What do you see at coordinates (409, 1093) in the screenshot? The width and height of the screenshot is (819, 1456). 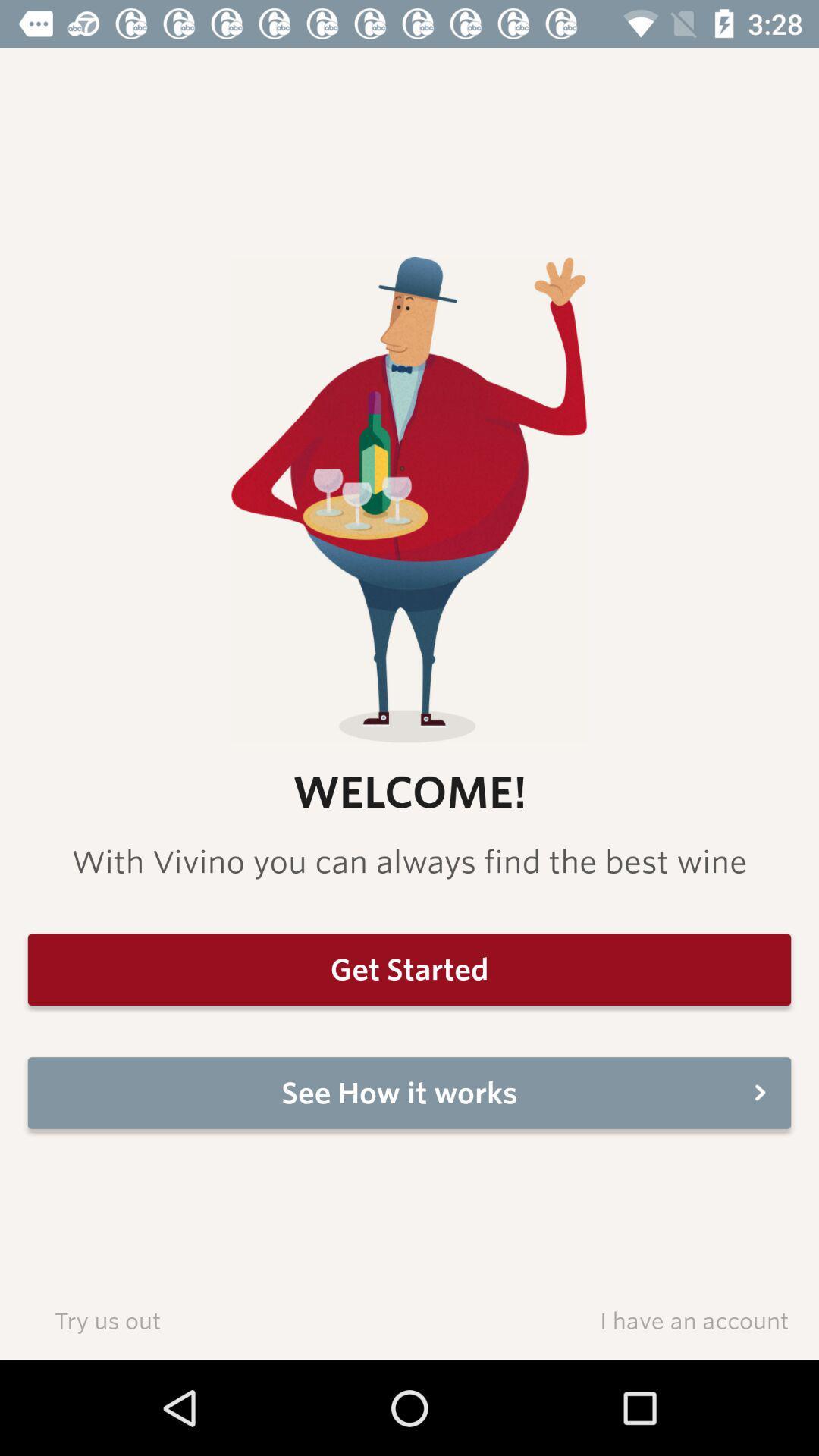 I see `the item above try us out icon` at bounding box center [409, 1093].